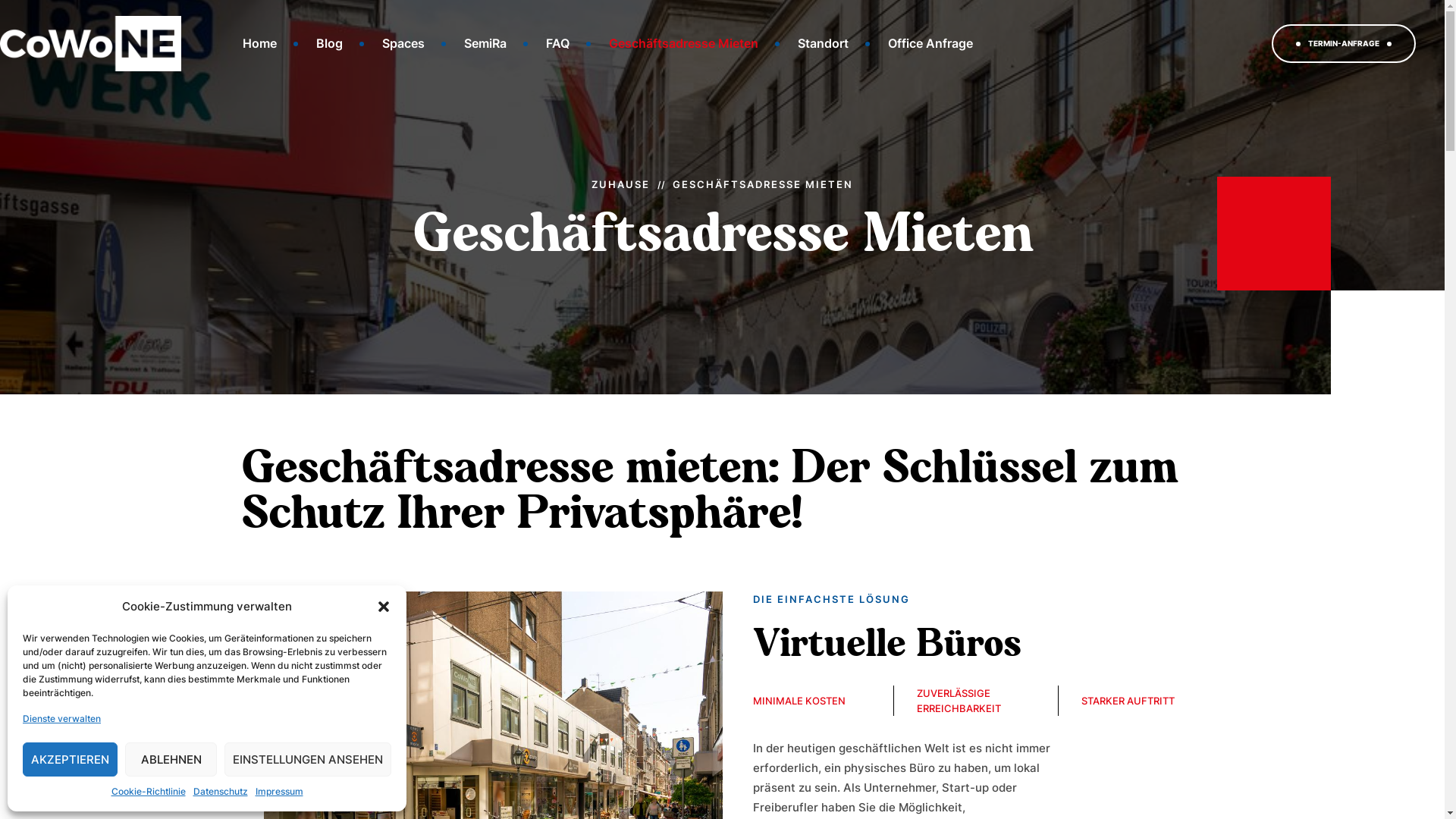 The height and width of the screenshot is (819, 1456). I want to click on 'Home', so click(259, 42).